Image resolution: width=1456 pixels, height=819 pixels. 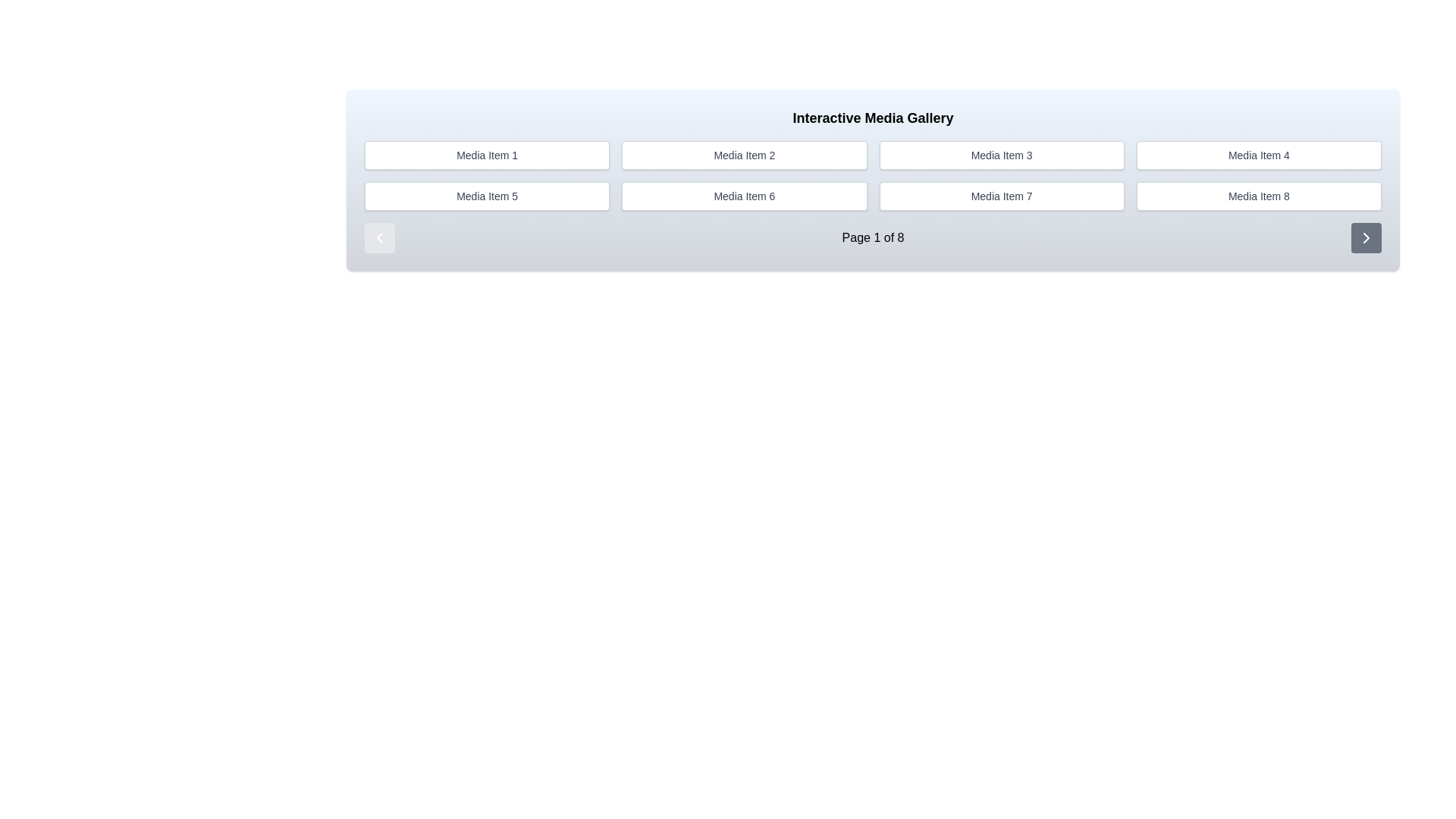 I want to click on the text label or information card that reads 'Media Item 7', which is the seventh item in a grid layout of media items, located in the second row and third column of a 4-column grid, so click(x=1002, y=195).